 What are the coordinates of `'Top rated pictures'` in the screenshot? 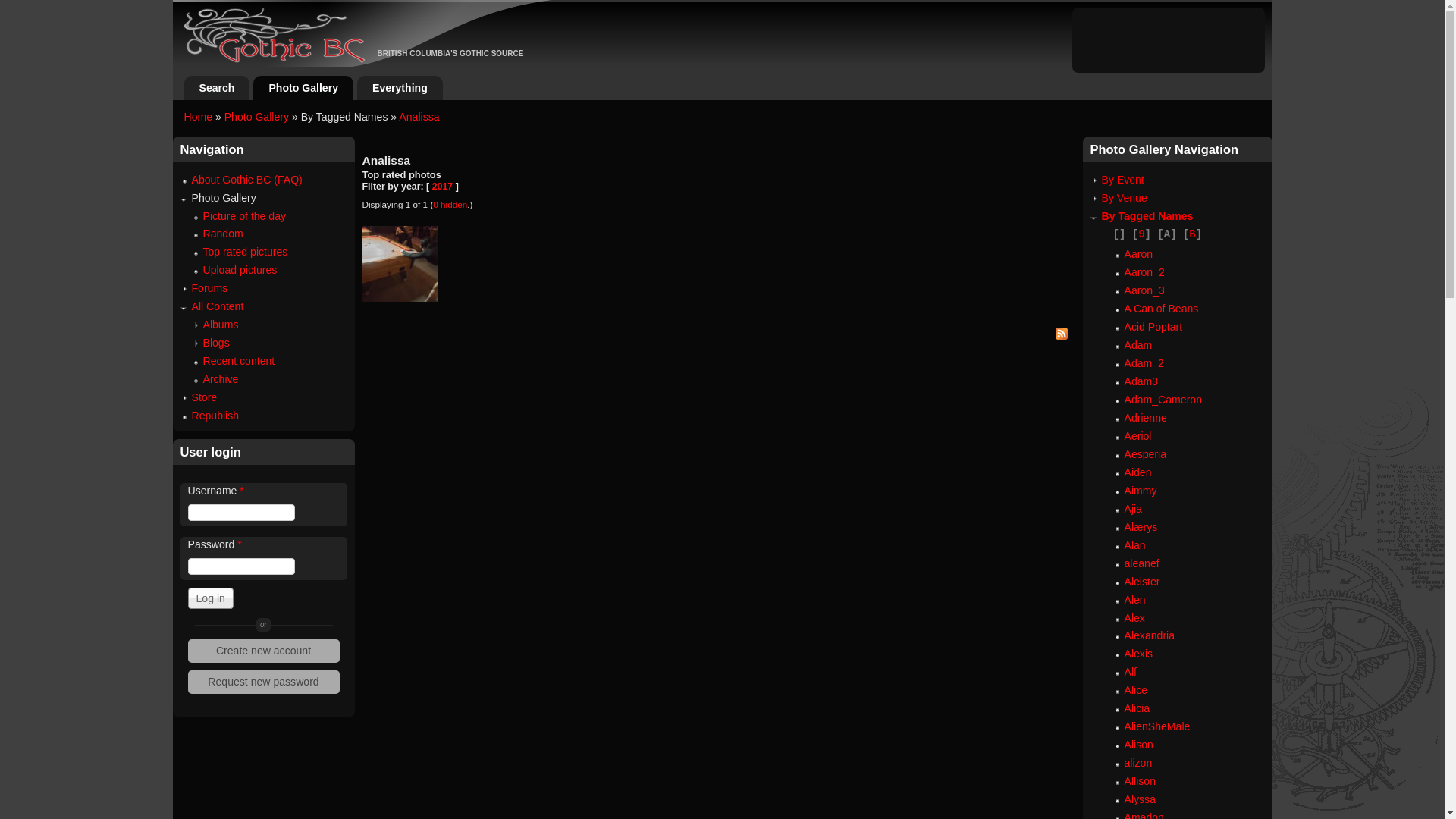 It's located at (246, 250).